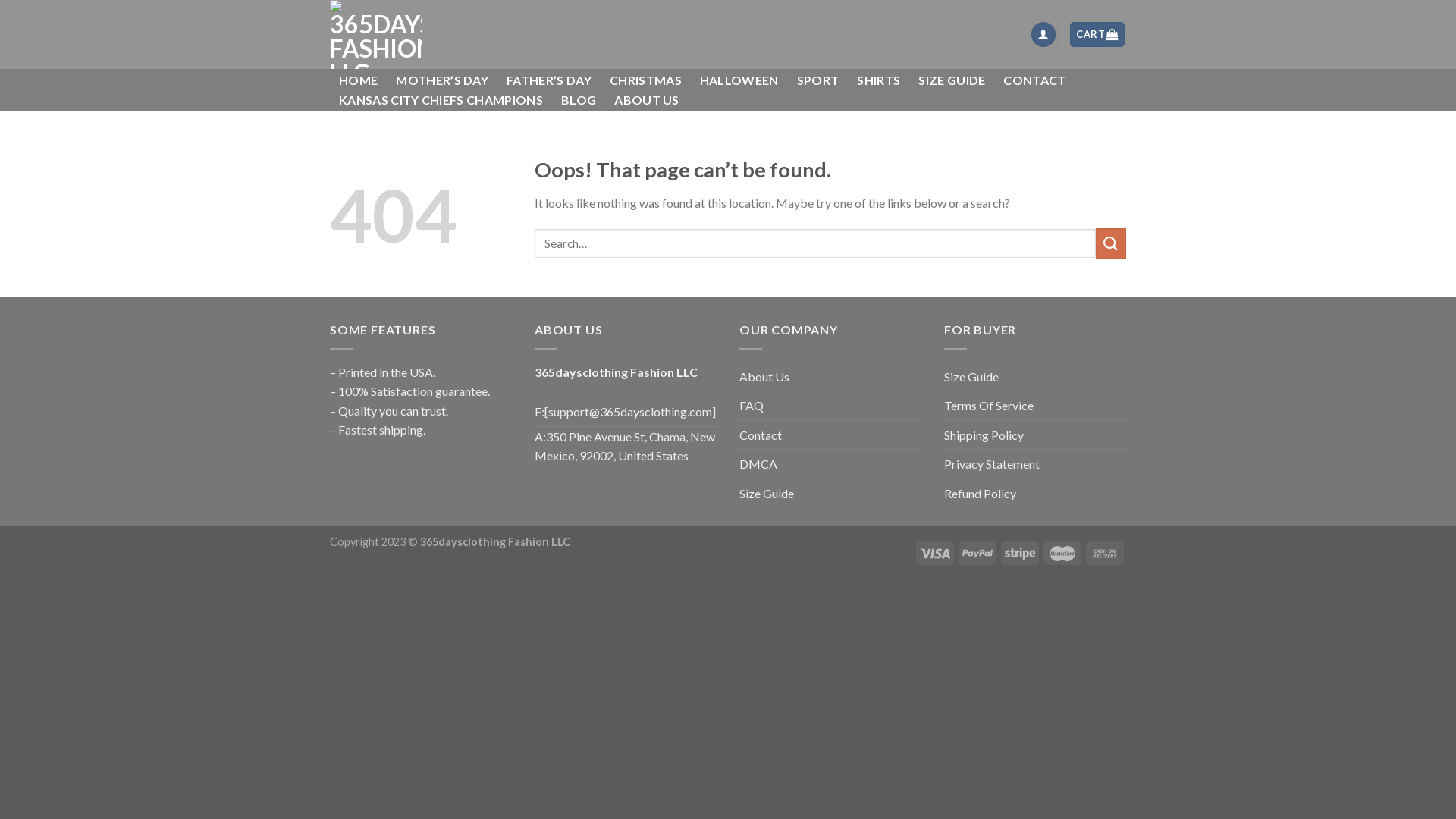 The image size is (1456, 819). I want to click on 'SPORT', so click(787, 80).